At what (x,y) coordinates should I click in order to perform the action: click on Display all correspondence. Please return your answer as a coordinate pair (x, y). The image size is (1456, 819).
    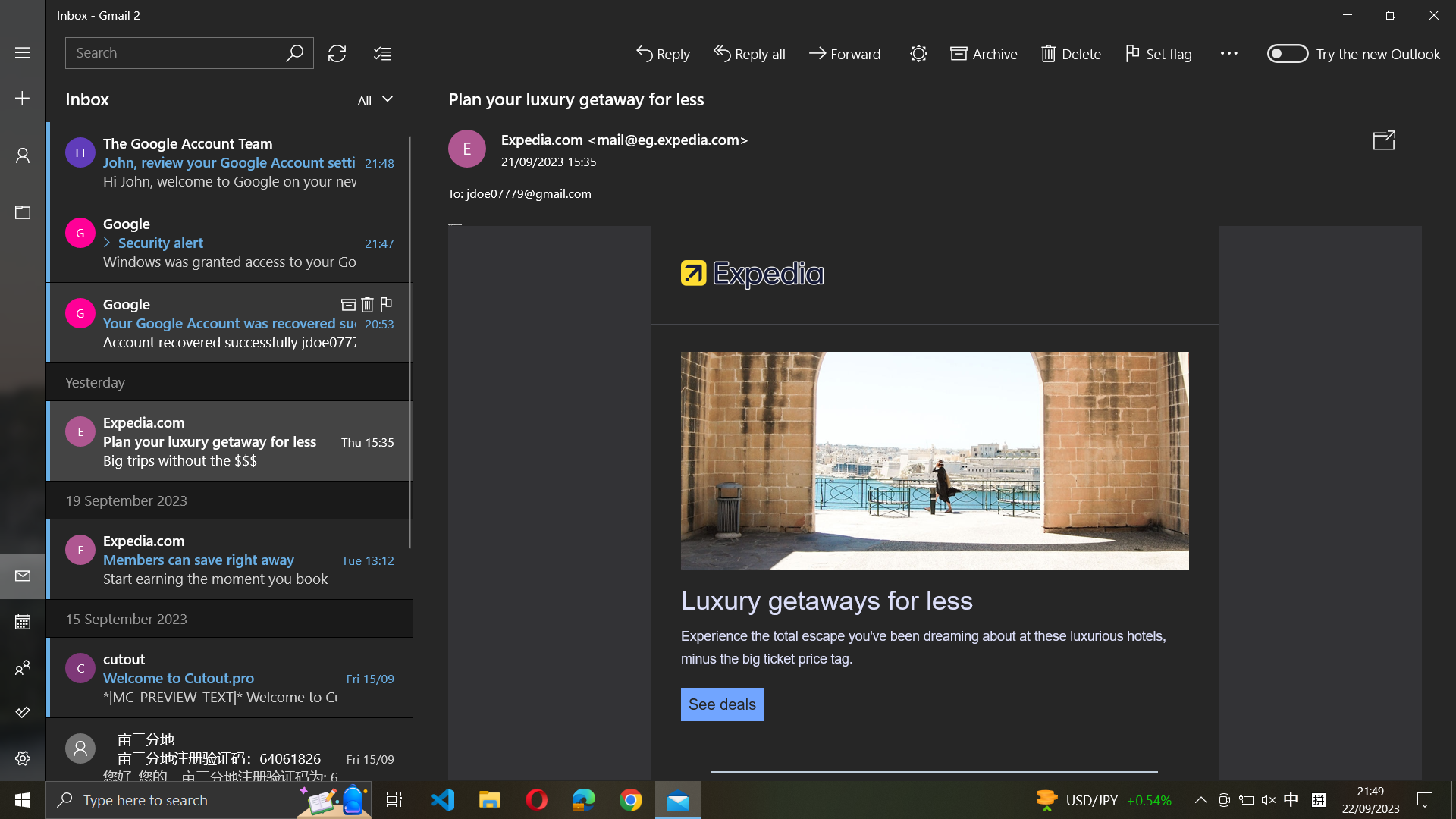
    Looking at the image, I should click on (375, 100).